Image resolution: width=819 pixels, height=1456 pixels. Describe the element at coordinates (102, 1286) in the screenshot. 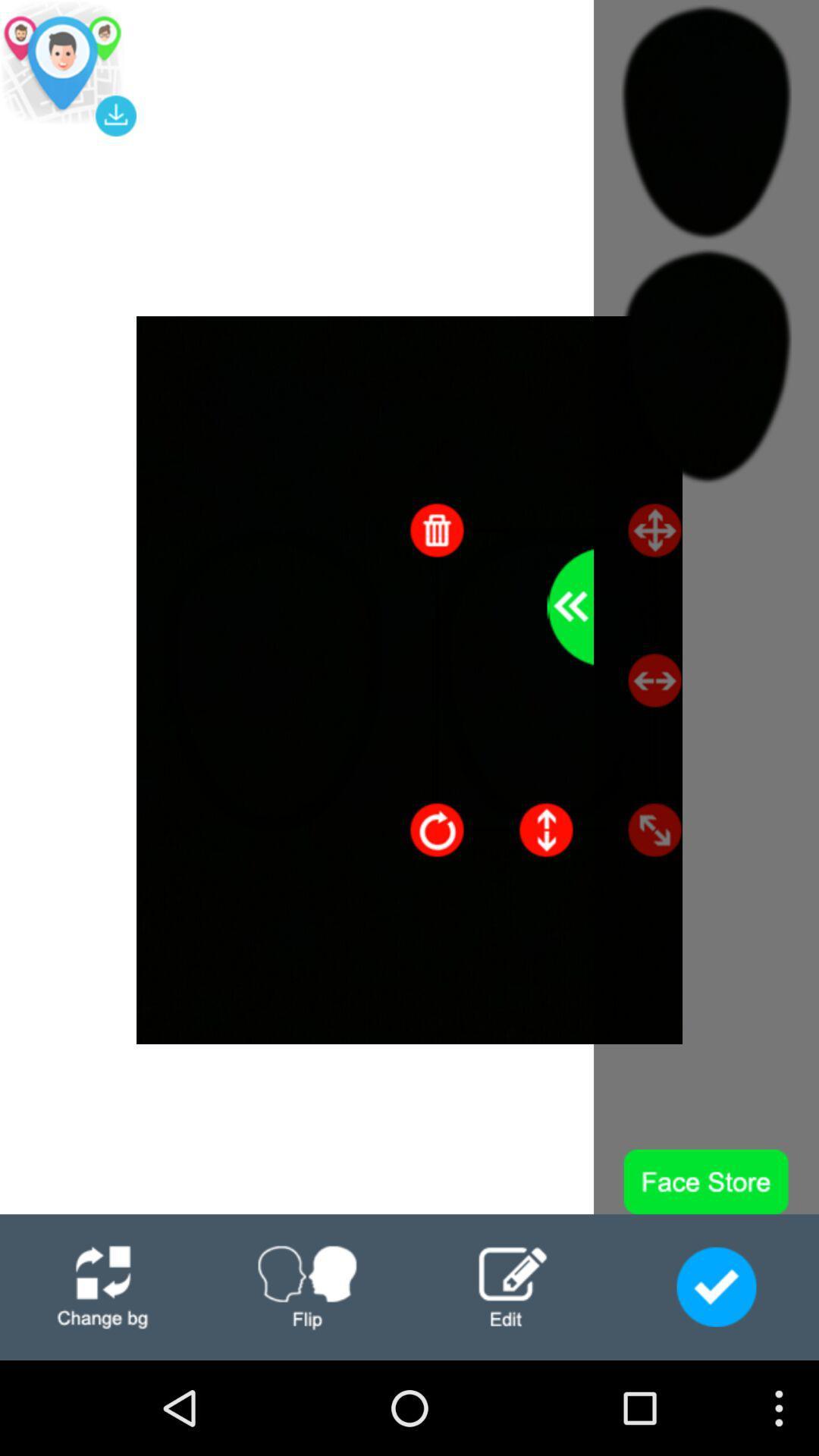

I see `change log` at that location.